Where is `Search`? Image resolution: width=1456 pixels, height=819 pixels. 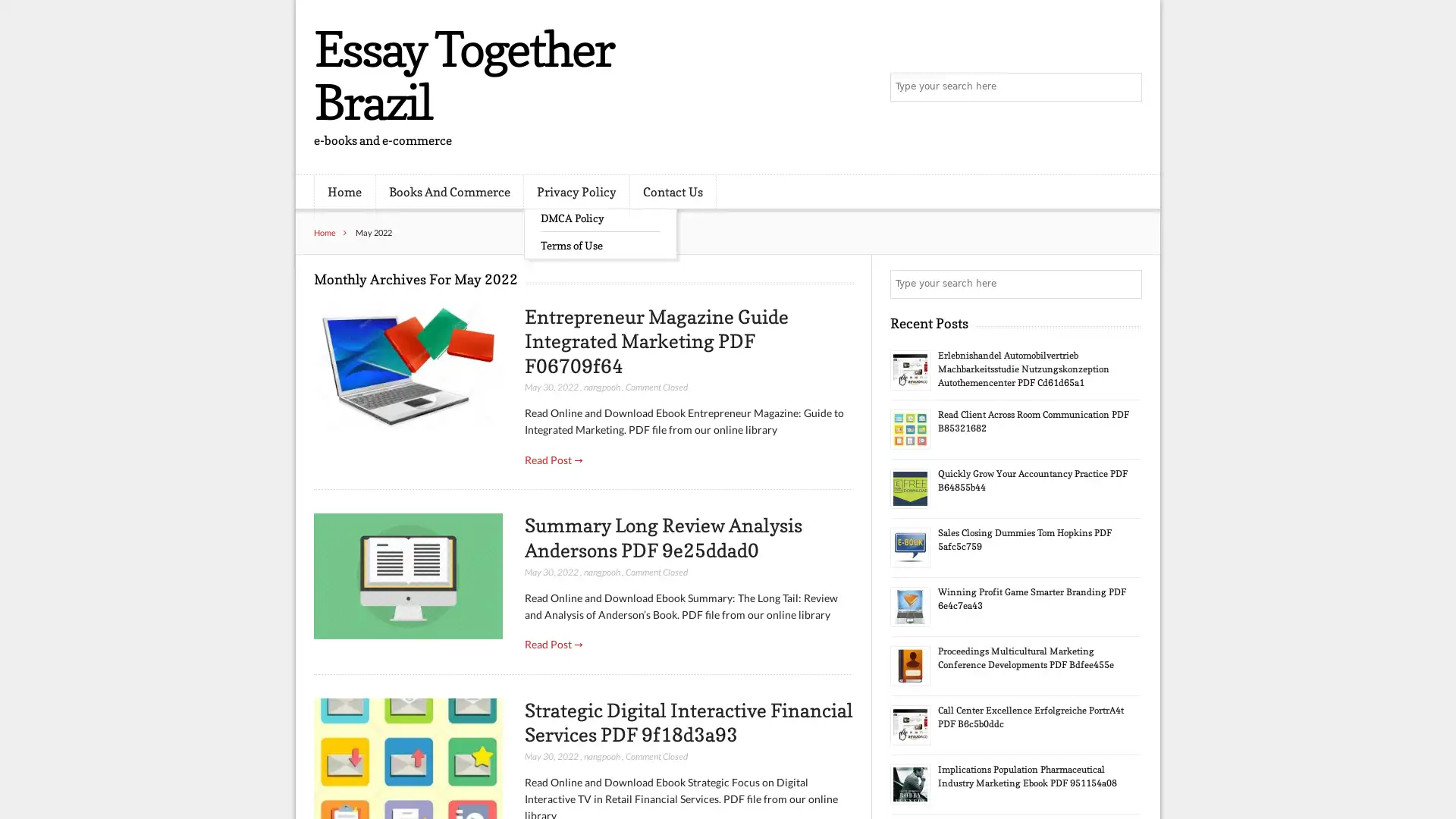
Search is located at coordinates (1126, 284).